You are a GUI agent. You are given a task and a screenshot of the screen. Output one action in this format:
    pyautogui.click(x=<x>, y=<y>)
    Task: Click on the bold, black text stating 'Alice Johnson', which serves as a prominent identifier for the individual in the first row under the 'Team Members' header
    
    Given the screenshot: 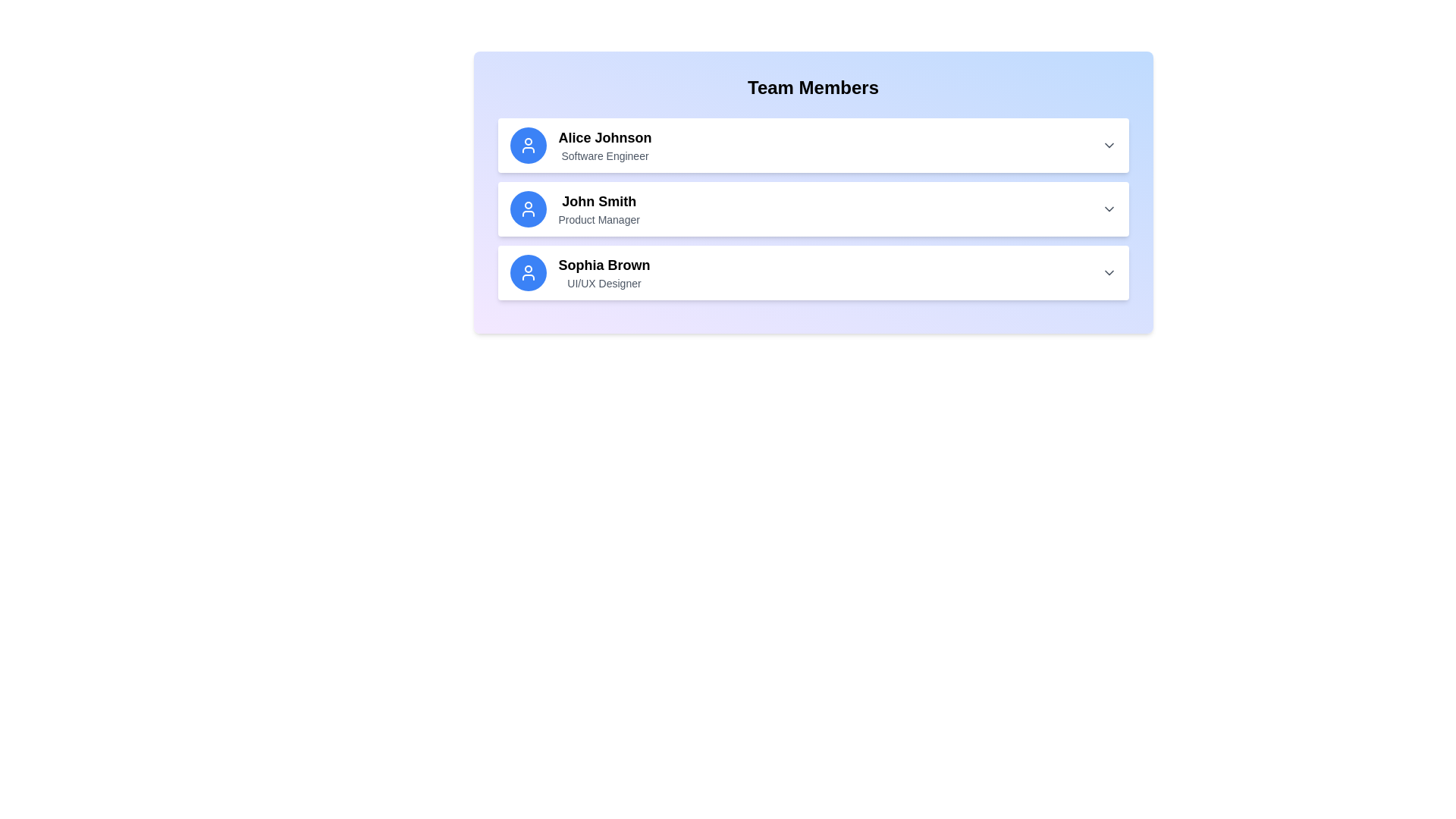 What is the action you would take?
    pyautogui.click(x=604, y=137)
    